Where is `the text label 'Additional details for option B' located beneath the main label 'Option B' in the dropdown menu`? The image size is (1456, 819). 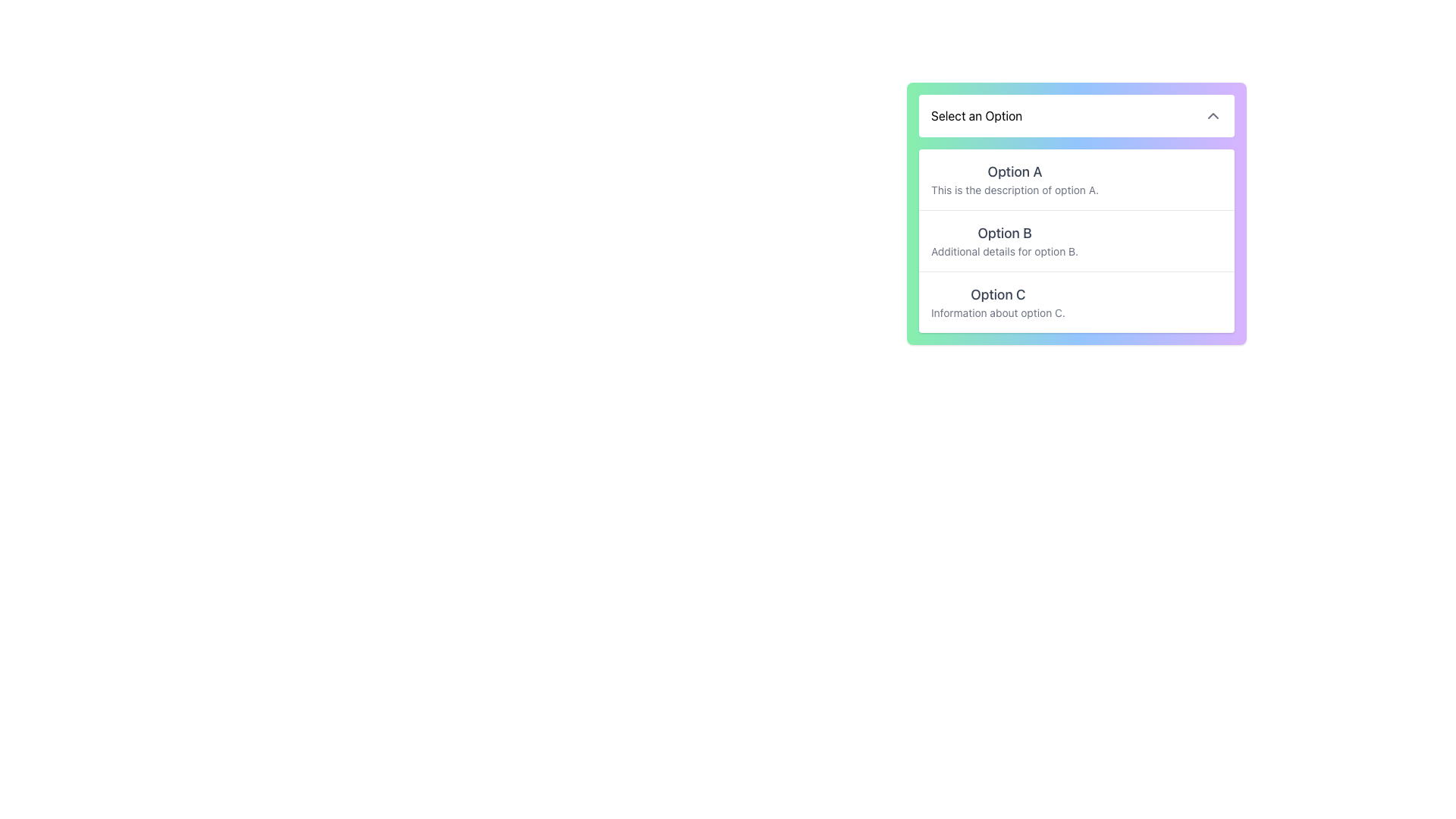
the text label 'Additional details for option B' located beneath the main label 'Option B' in the dropdown menu is located at coordinates (1004, 250).